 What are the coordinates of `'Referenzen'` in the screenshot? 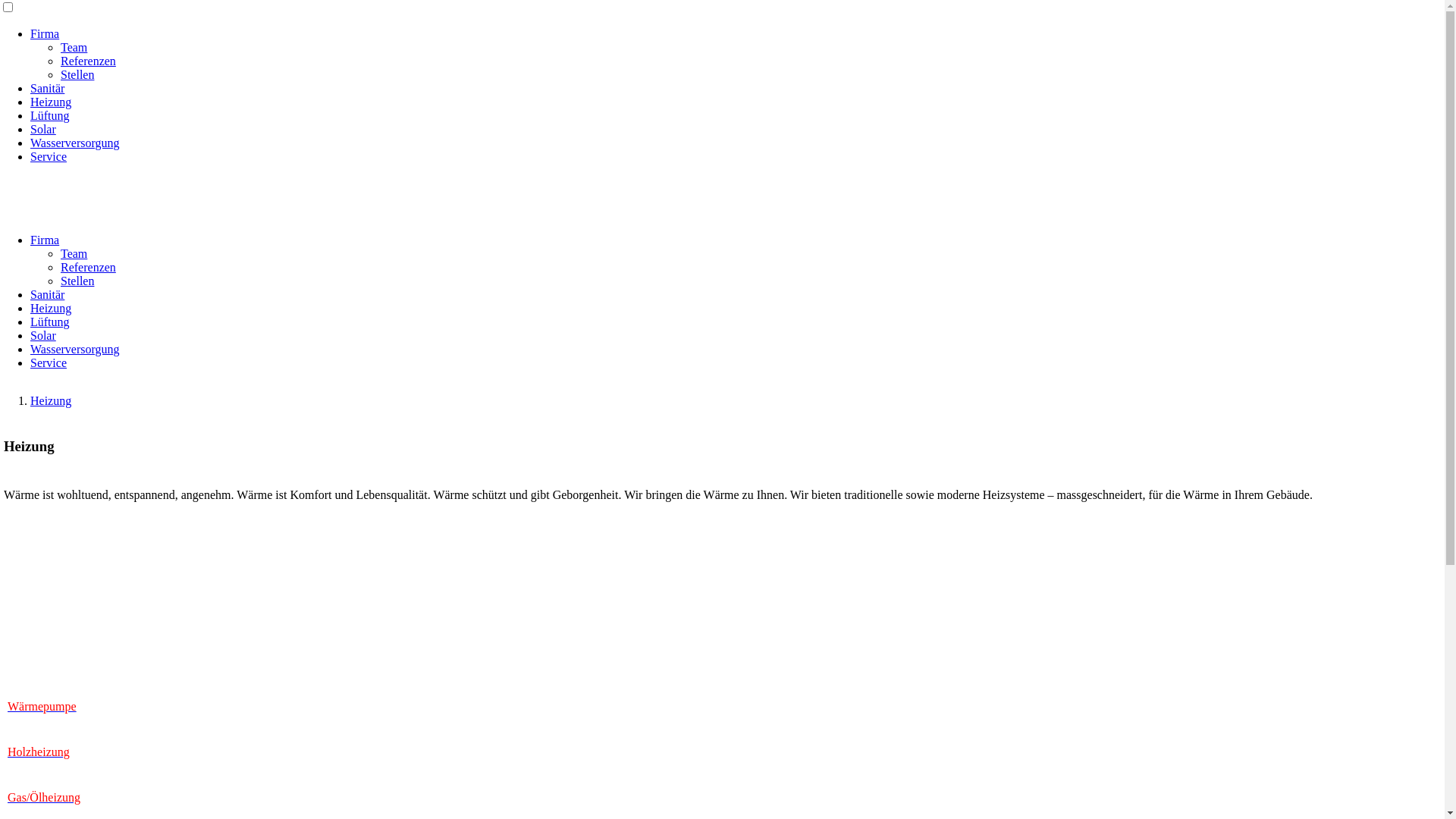 It's located at (87, 60).